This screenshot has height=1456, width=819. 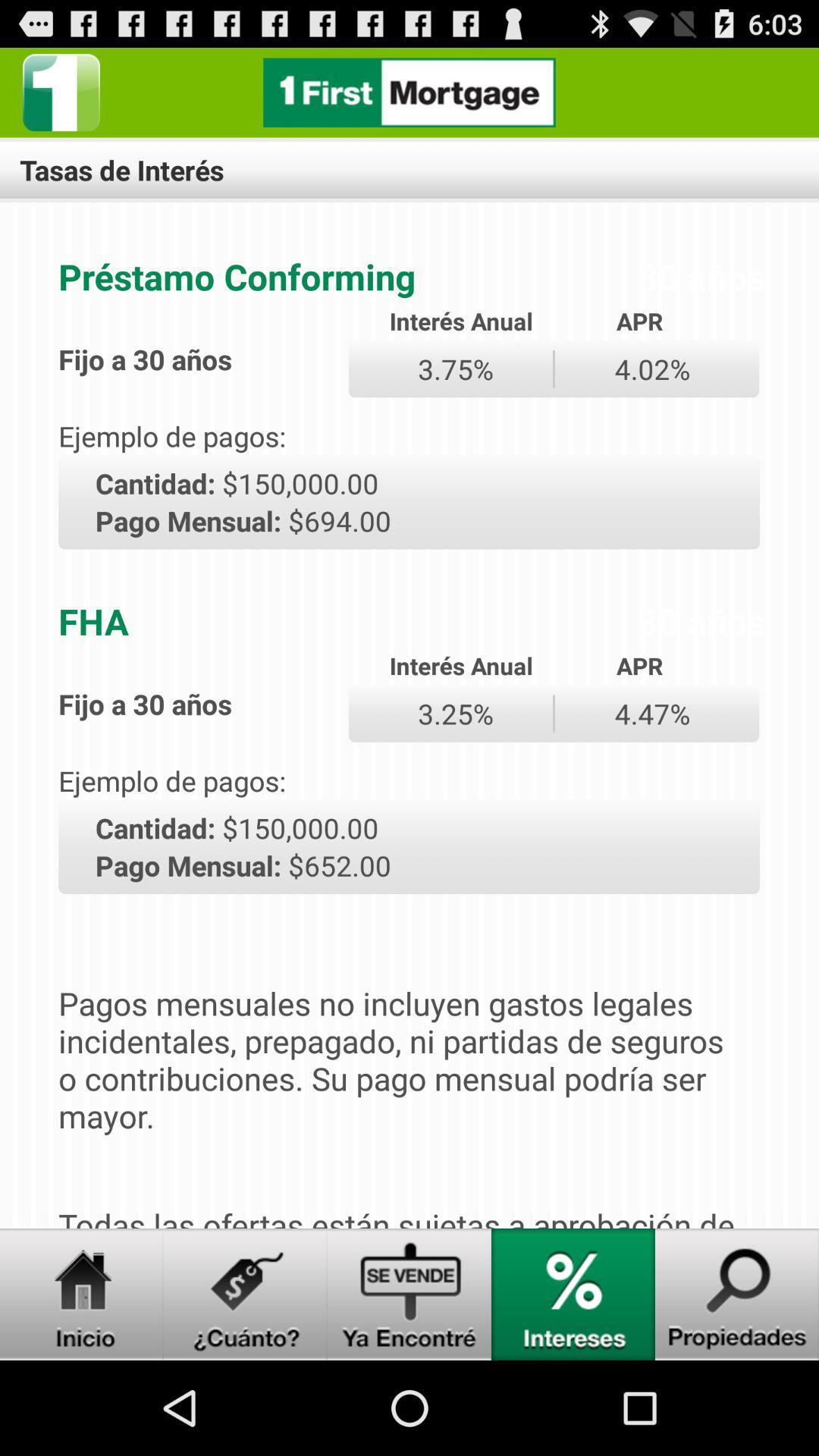 I want to click on the search icon, so click(x=736, y=1385).